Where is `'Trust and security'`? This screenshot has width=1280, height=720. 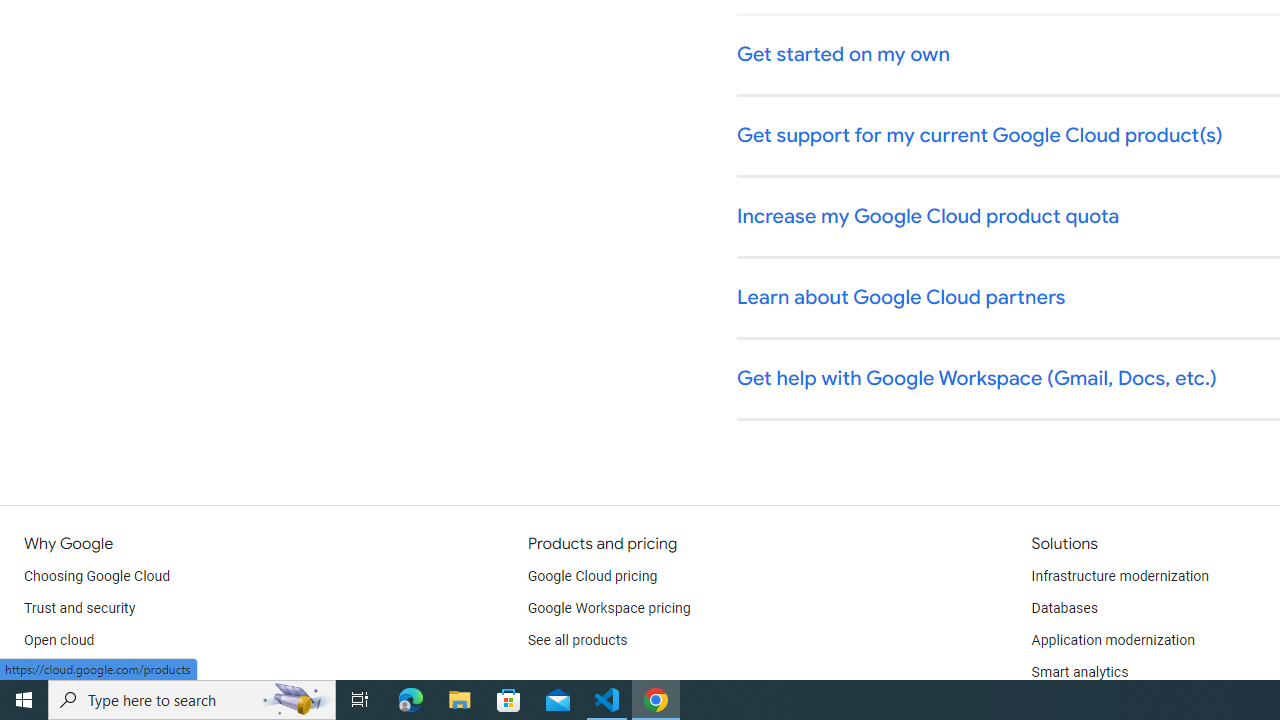
'Trust and security' is located at coordinates (80, 608).